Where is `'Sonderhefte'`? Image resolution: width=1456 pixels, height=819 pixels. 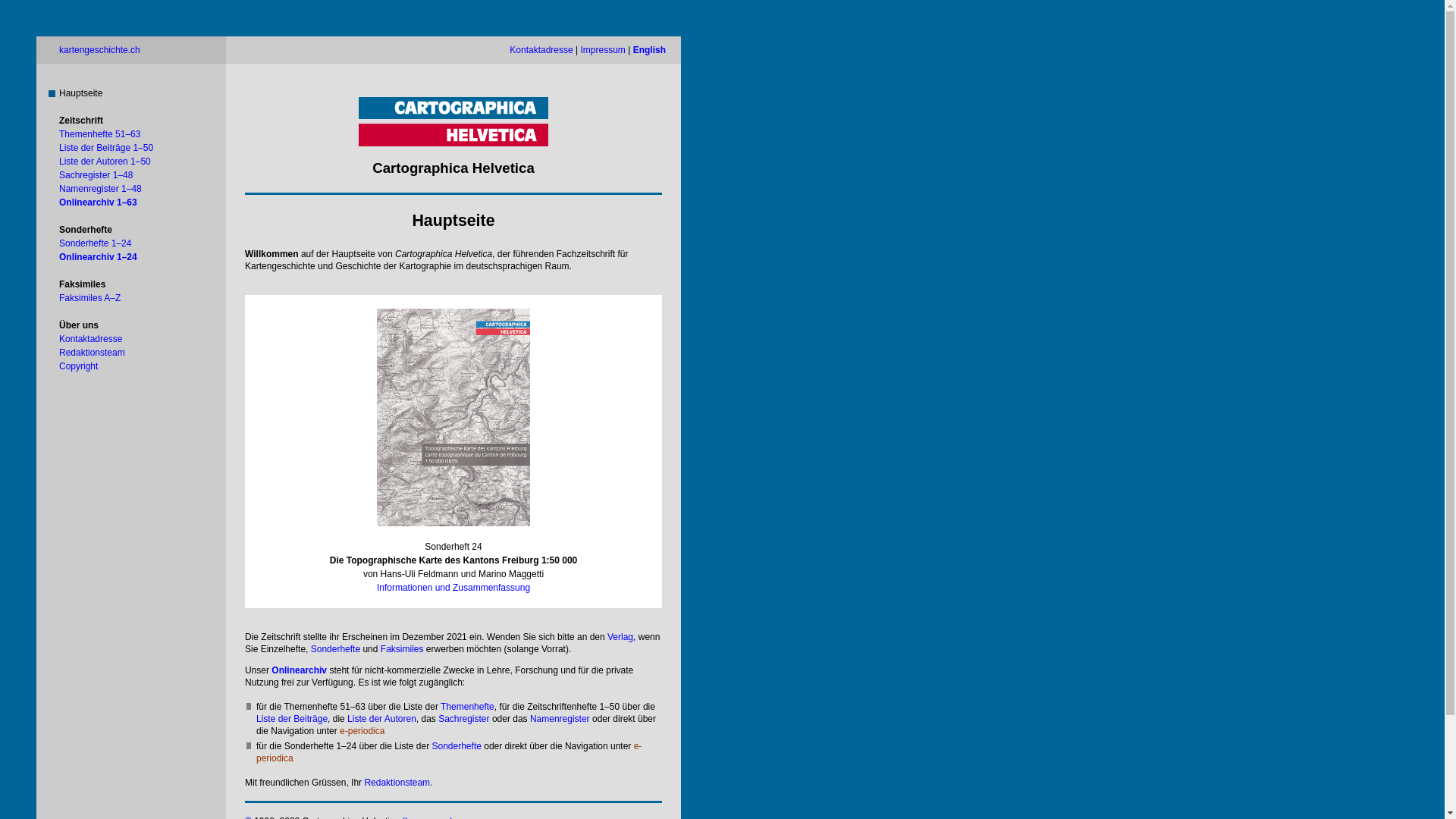
'Sonderhefte' is located at coordinates (456, 745).